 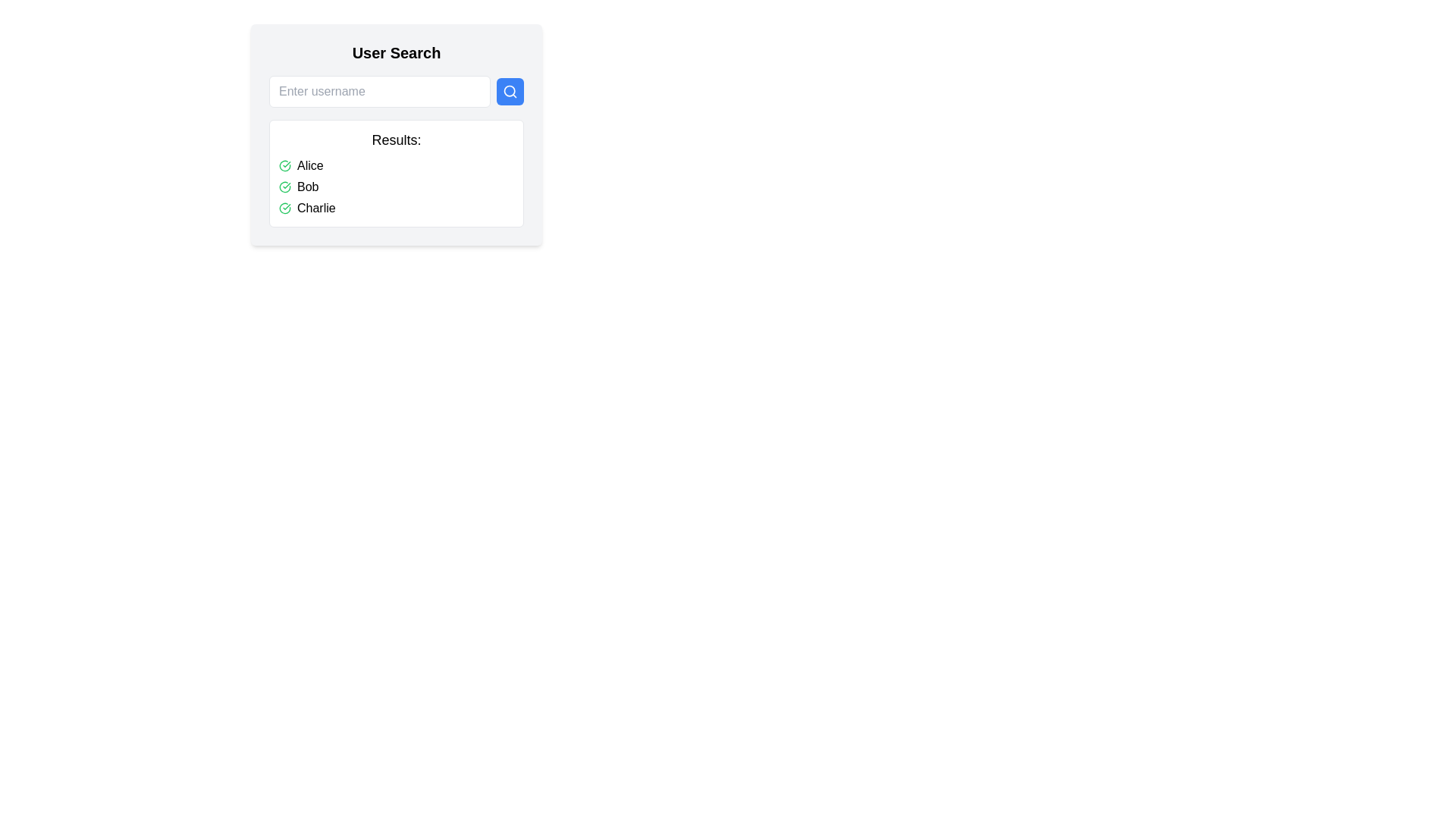 I want to click on the search button located to the right of the 'Enter username' text input field, so click(x=510, y=91).